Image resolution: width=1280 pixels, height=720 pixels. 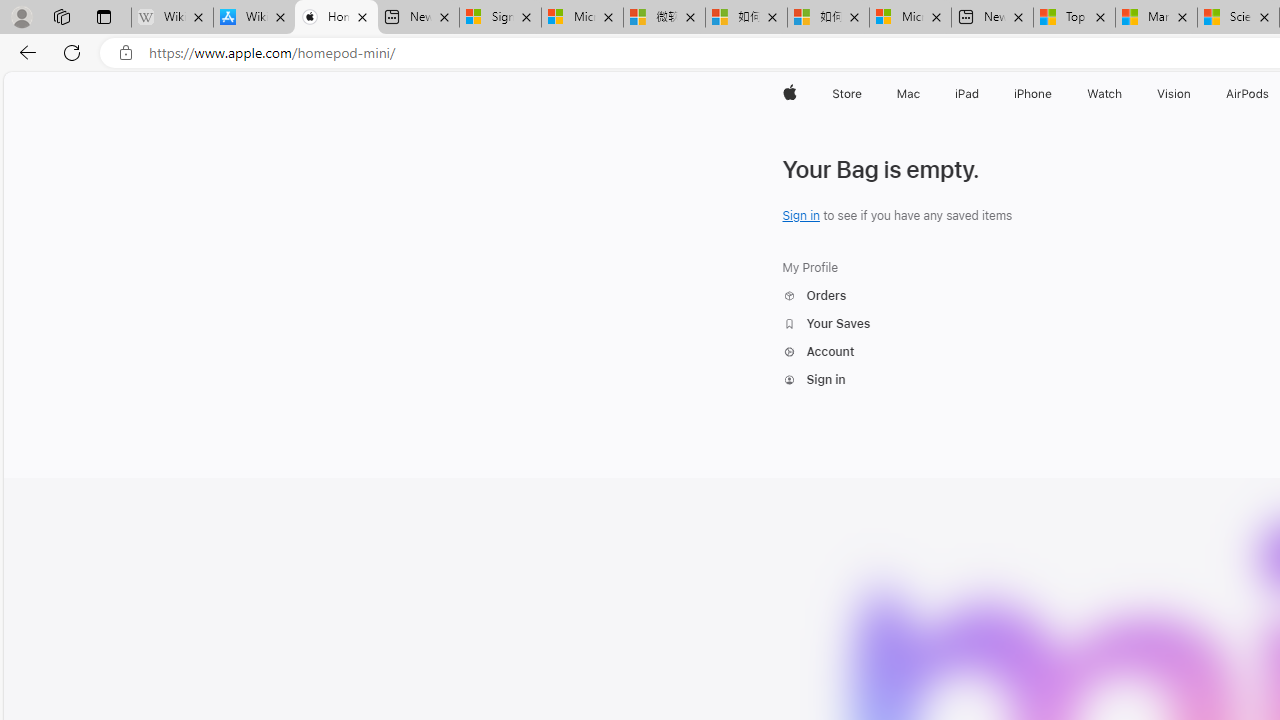 What do you see at coordinates (826, 350) in the screenshot?
I see `'Account'` at bounding box center [826, 350].